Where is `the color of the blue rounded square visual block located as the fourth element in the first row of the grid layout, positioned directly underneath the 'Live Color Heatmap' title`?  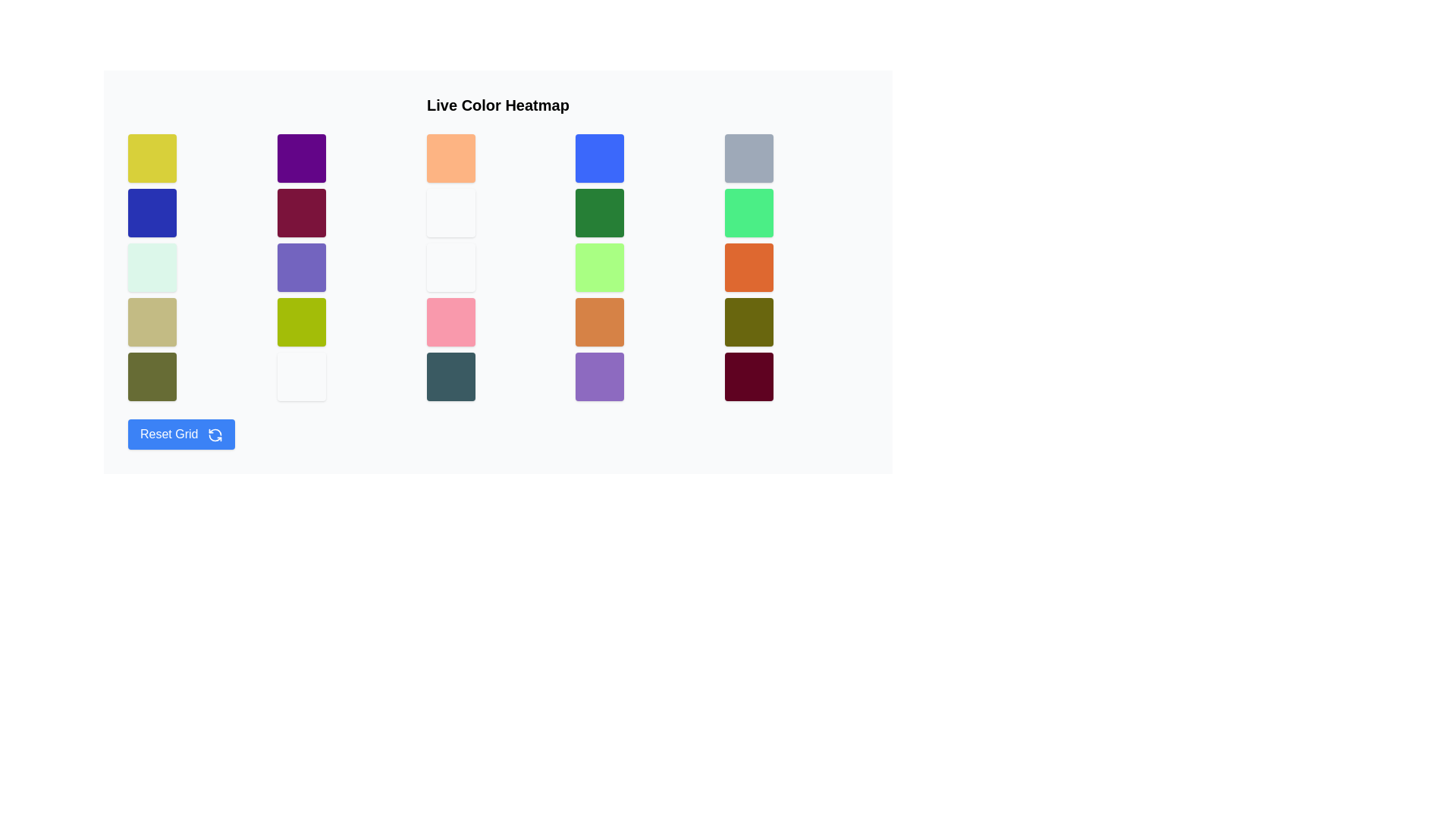
the color of the blue rounded square visual block located as the fourth element in the first row of the grid layout, positioned directly underneath the 'Live Color Heatmap' title is located at coordinates (599, 158).